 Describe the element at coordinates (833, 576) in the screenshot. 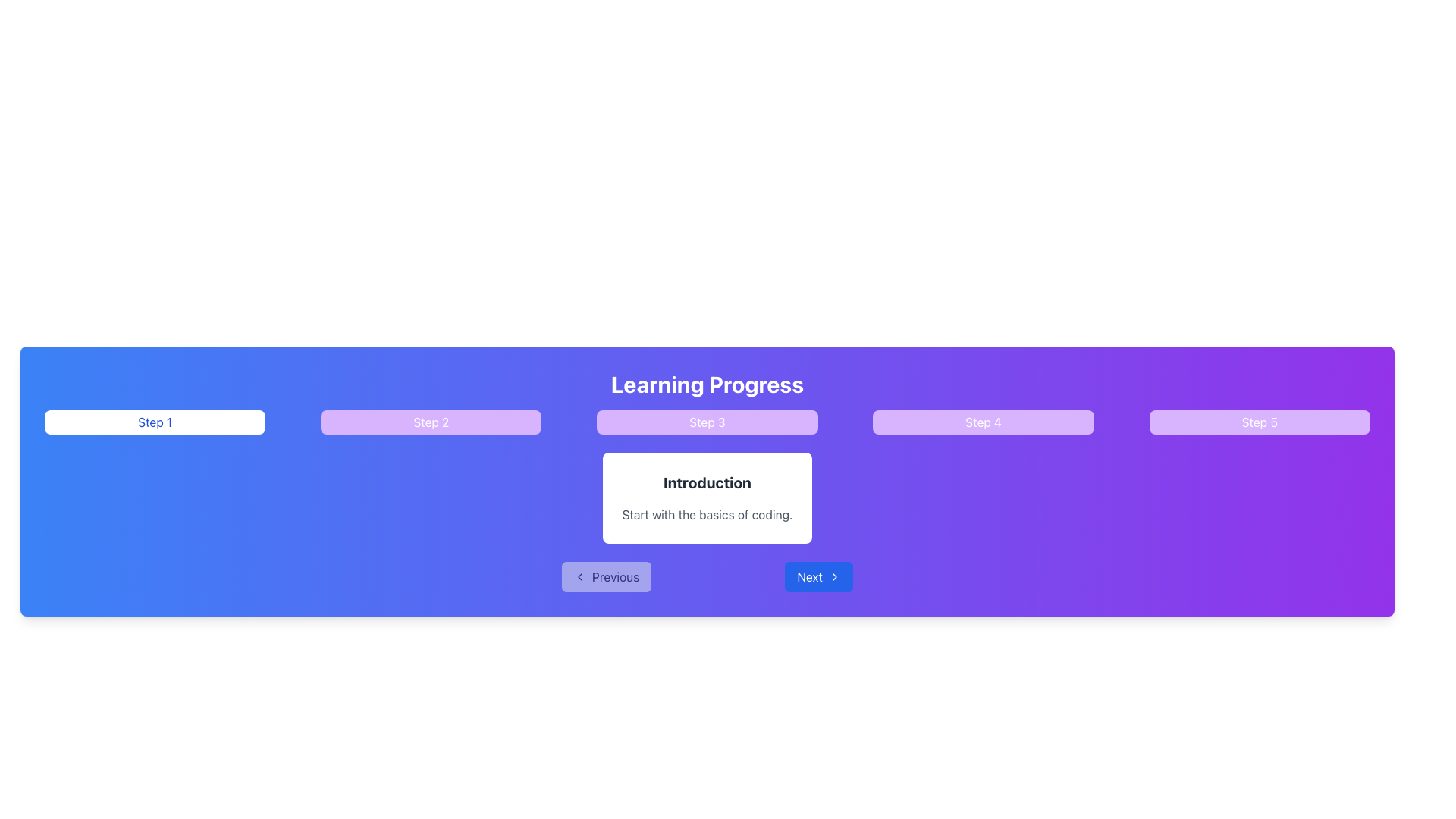

I see `the 'Next' button, which contains the chevron icon positioned to its right, to interact and proceed forward in the navigation` at that location.